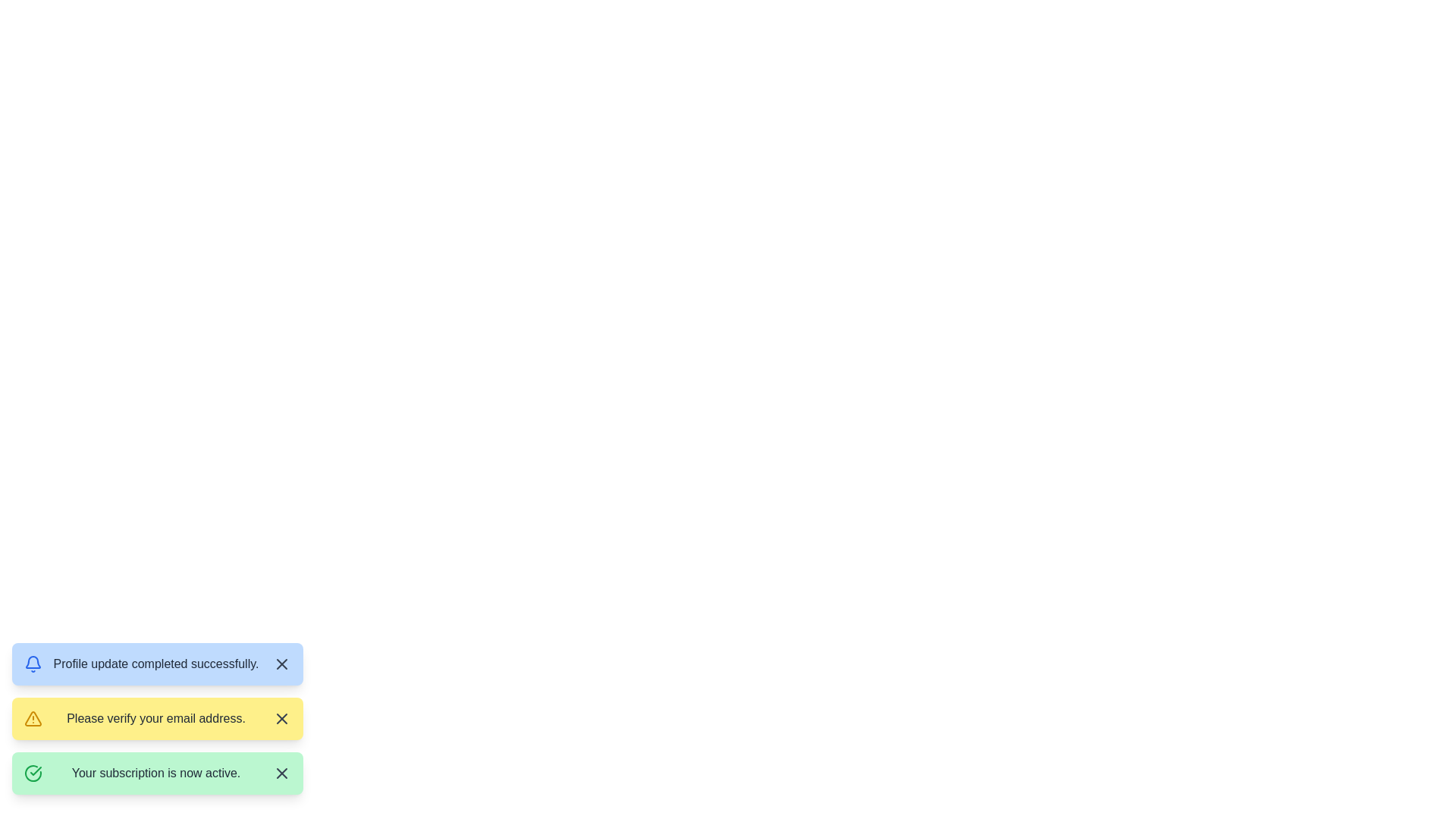  What do you see at coordinates (157, 773) in the screenshot?
I see `the close button on the third alert notification card in the bottom-left corner` at bounding box center [157, 773].